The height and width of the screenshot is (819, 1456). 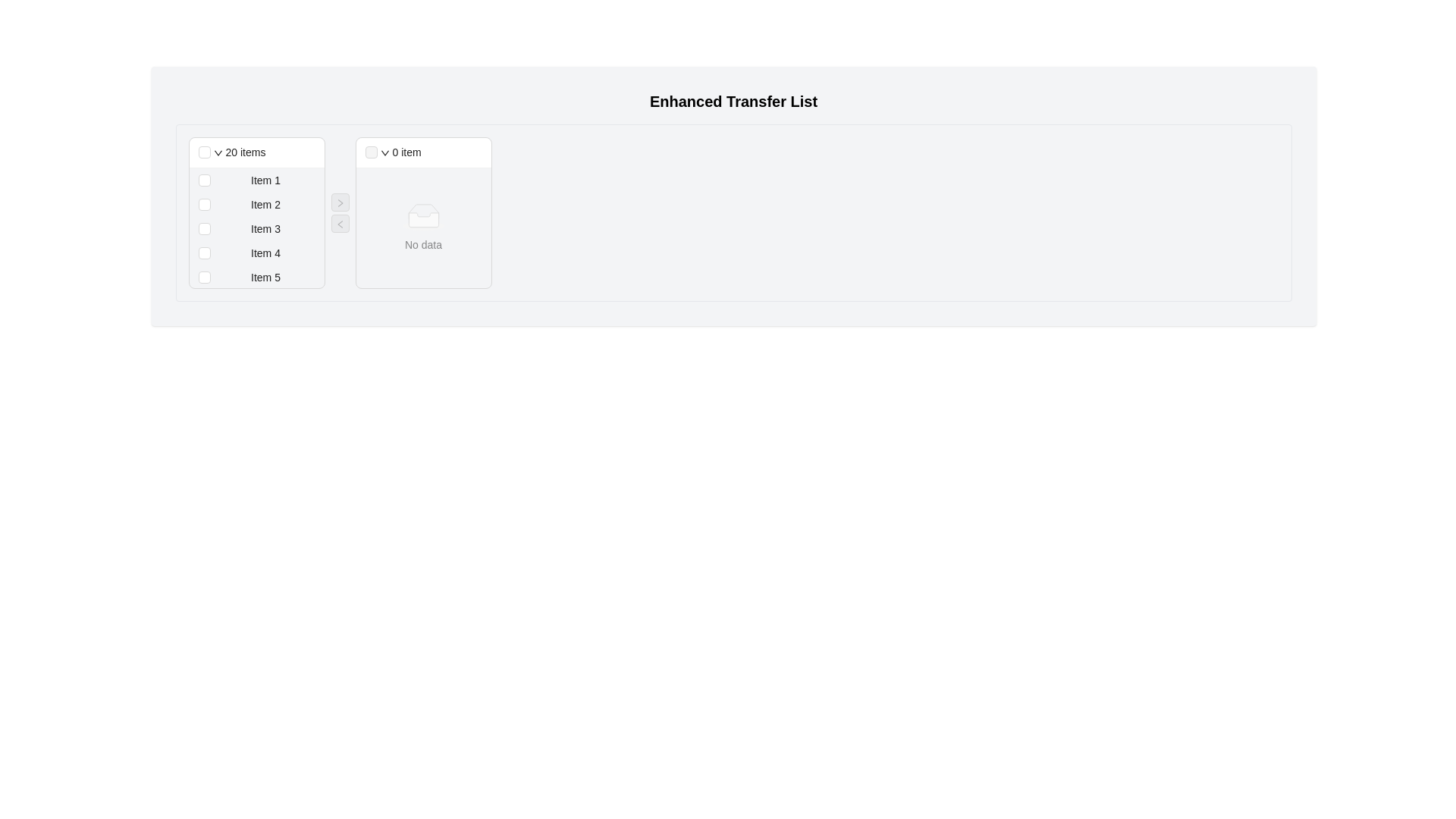 I want to click on the fifth list item with a checkbox located in the left-hand column, so click(x=256, y=278).